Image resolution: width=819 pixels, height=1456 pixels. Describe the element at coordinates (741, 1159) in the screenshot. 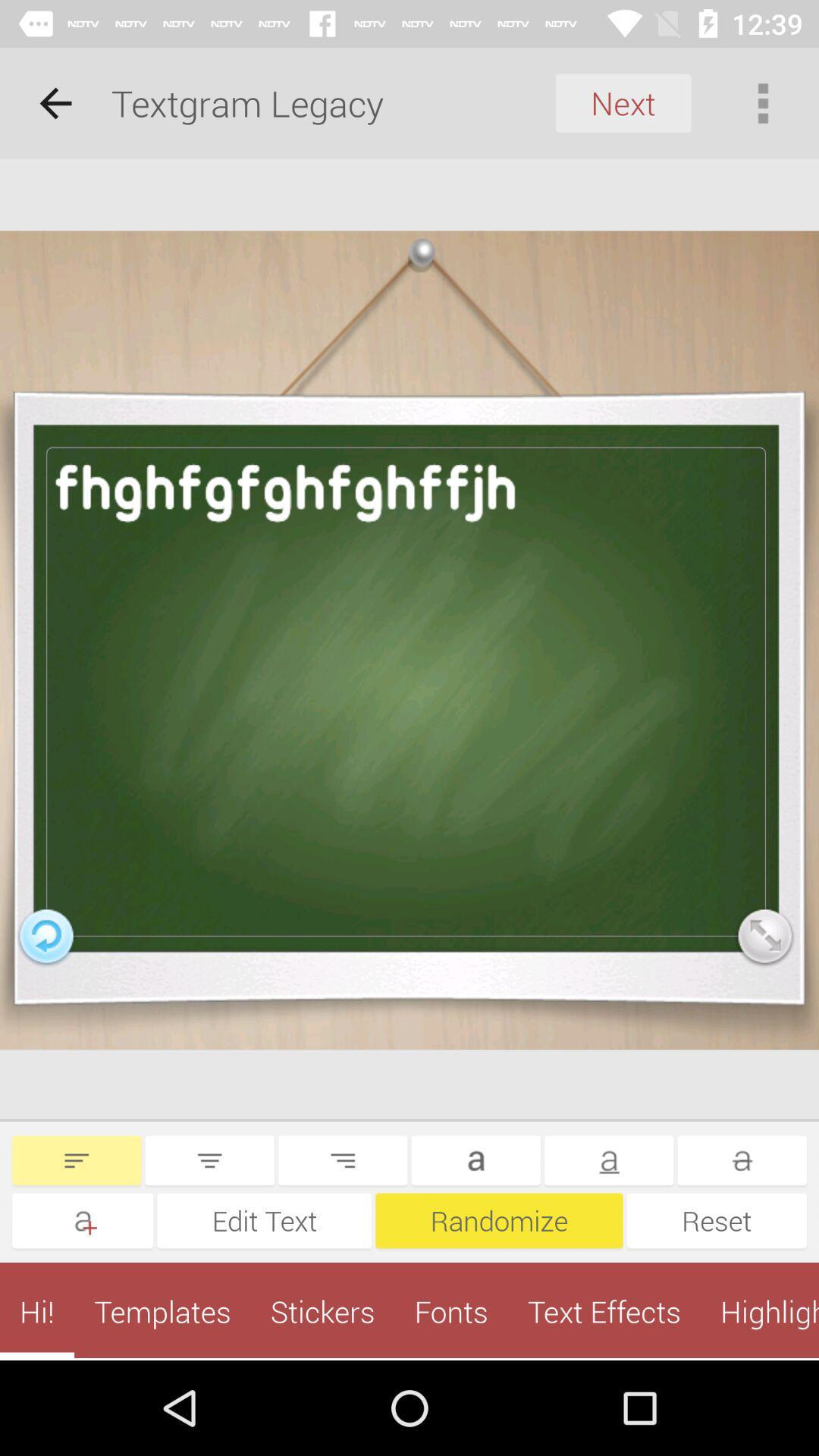

I see `the more icon` at that location.